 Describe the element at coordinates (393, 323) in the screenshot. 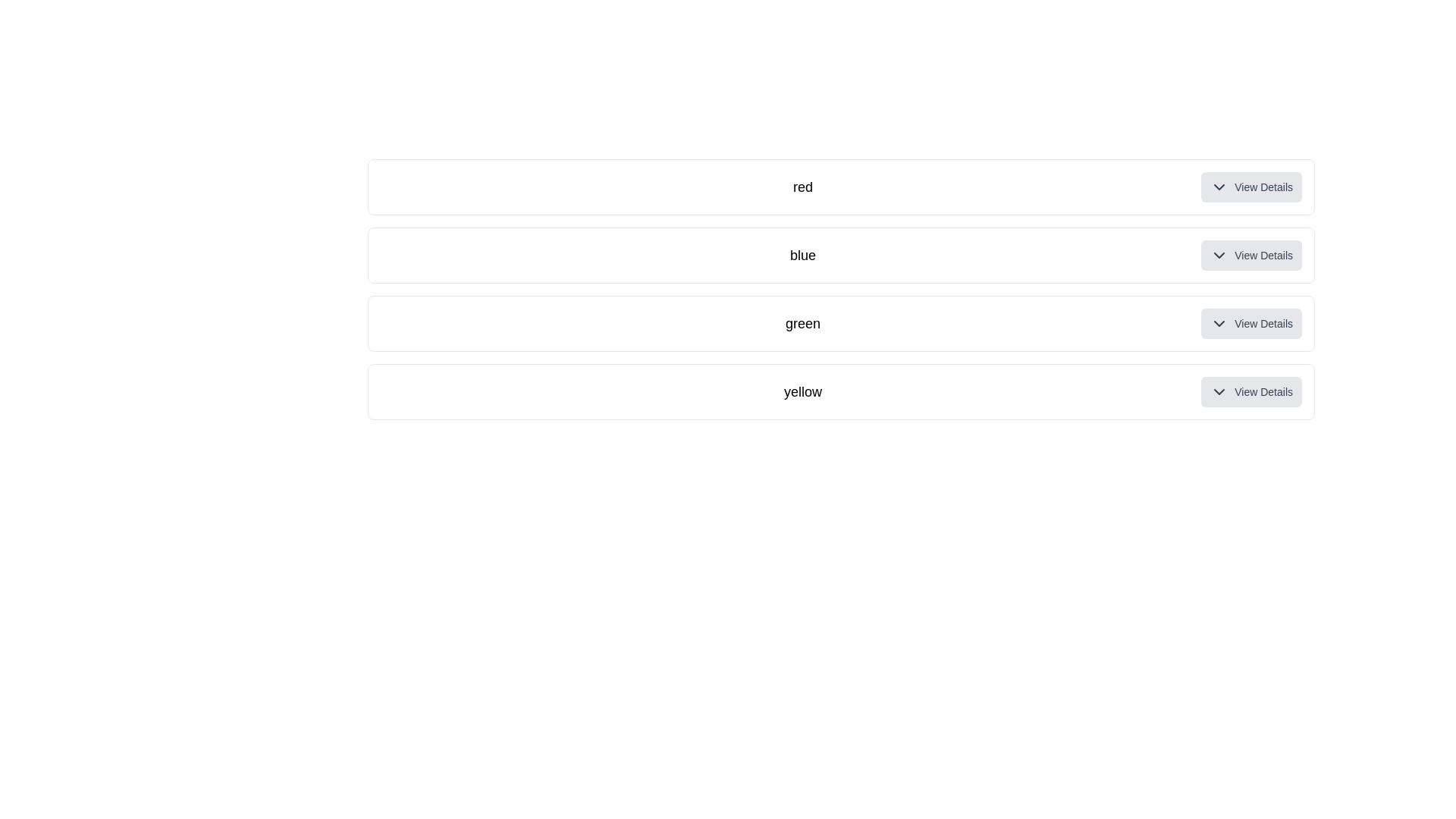

I see `the visual representation of the green color marker located in the third row, adjacent to the text 'green'` at that location.